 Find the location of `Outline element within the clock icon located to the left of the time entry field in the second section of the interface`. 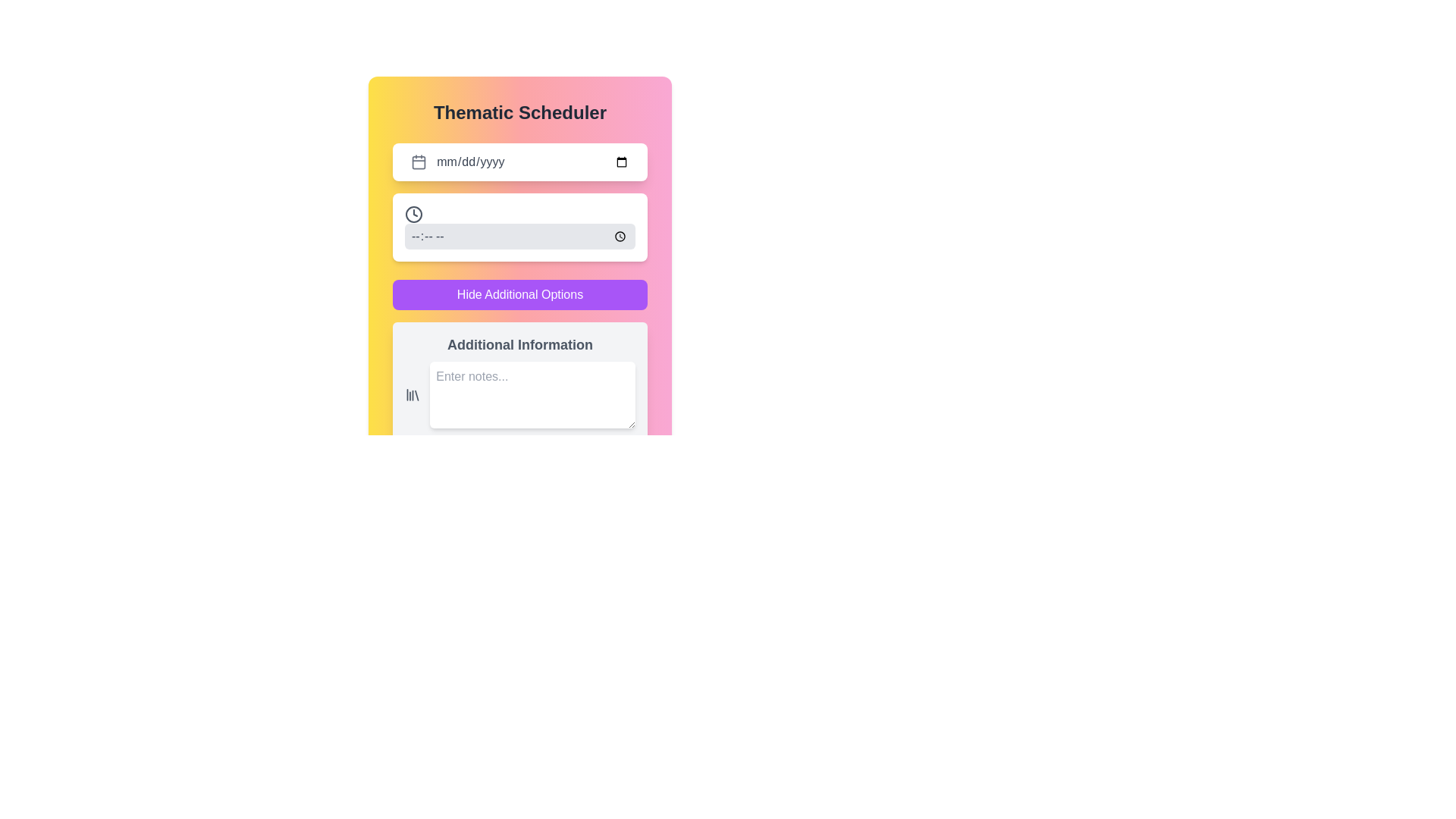

Outline element within the clock icon located to the left of the time entry field in the second section of the interface is located at coordinates (414, 214).